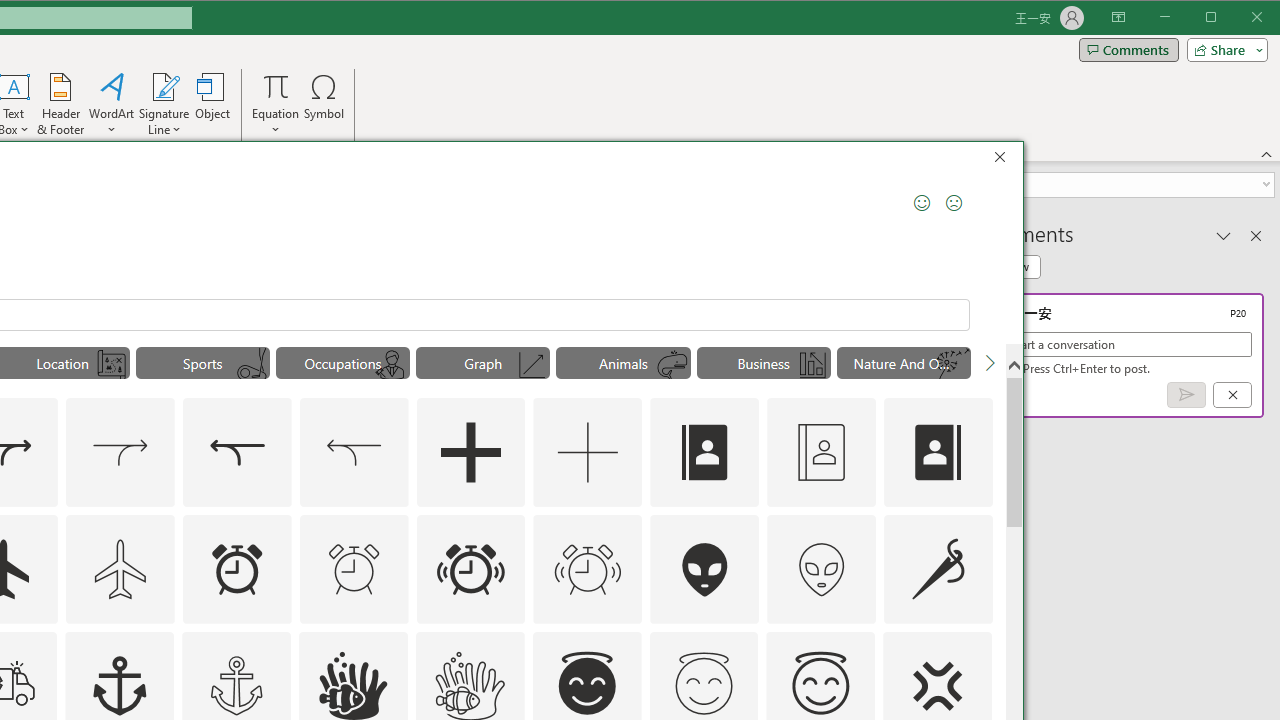  I want to click on 'AutomationID: Icons_Add_M', so click(587, 452).